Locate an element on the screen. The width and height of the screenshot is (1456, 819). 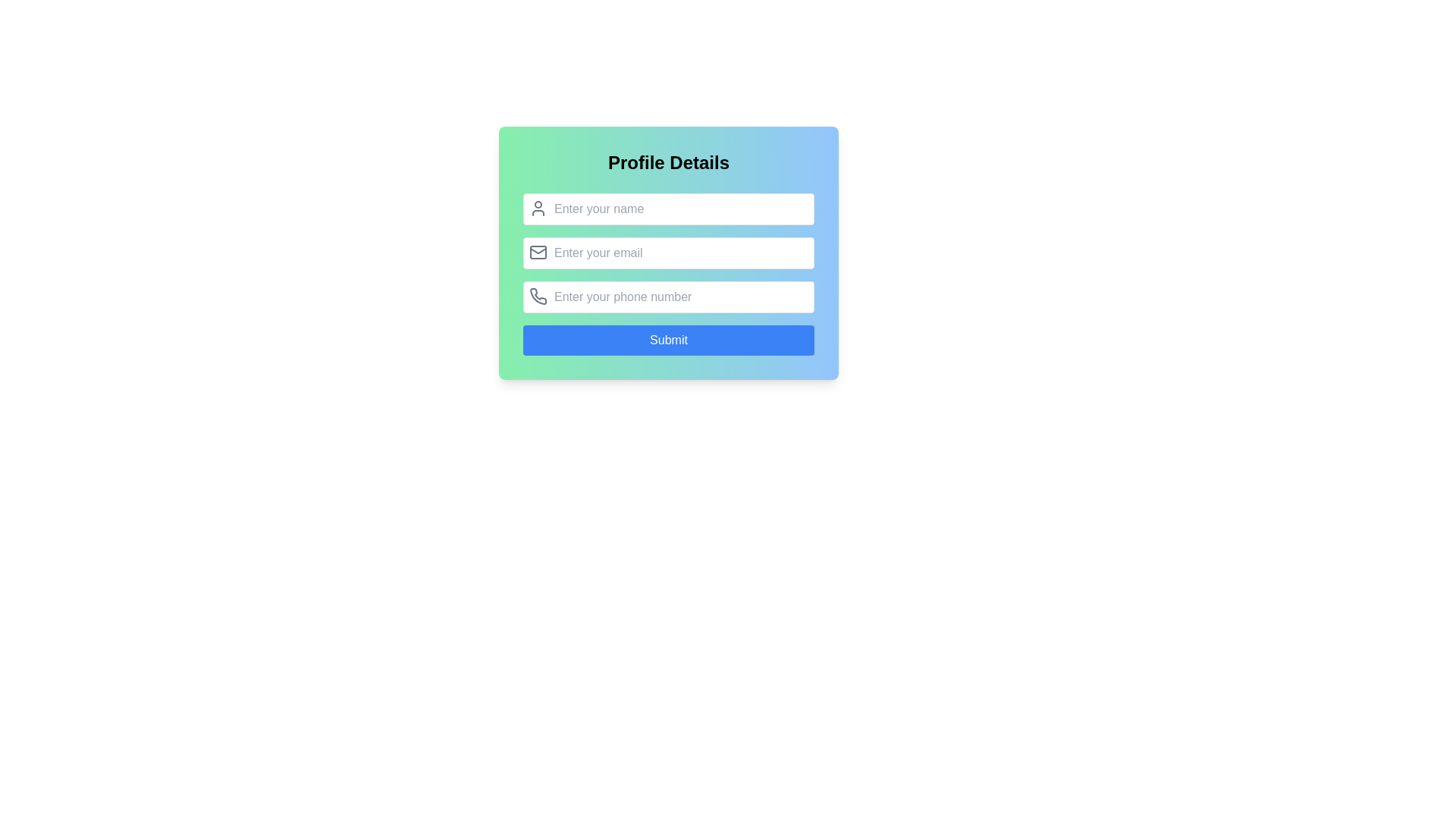
the submit button located at the bottom of the form interface is located at coordinates (668, 339).